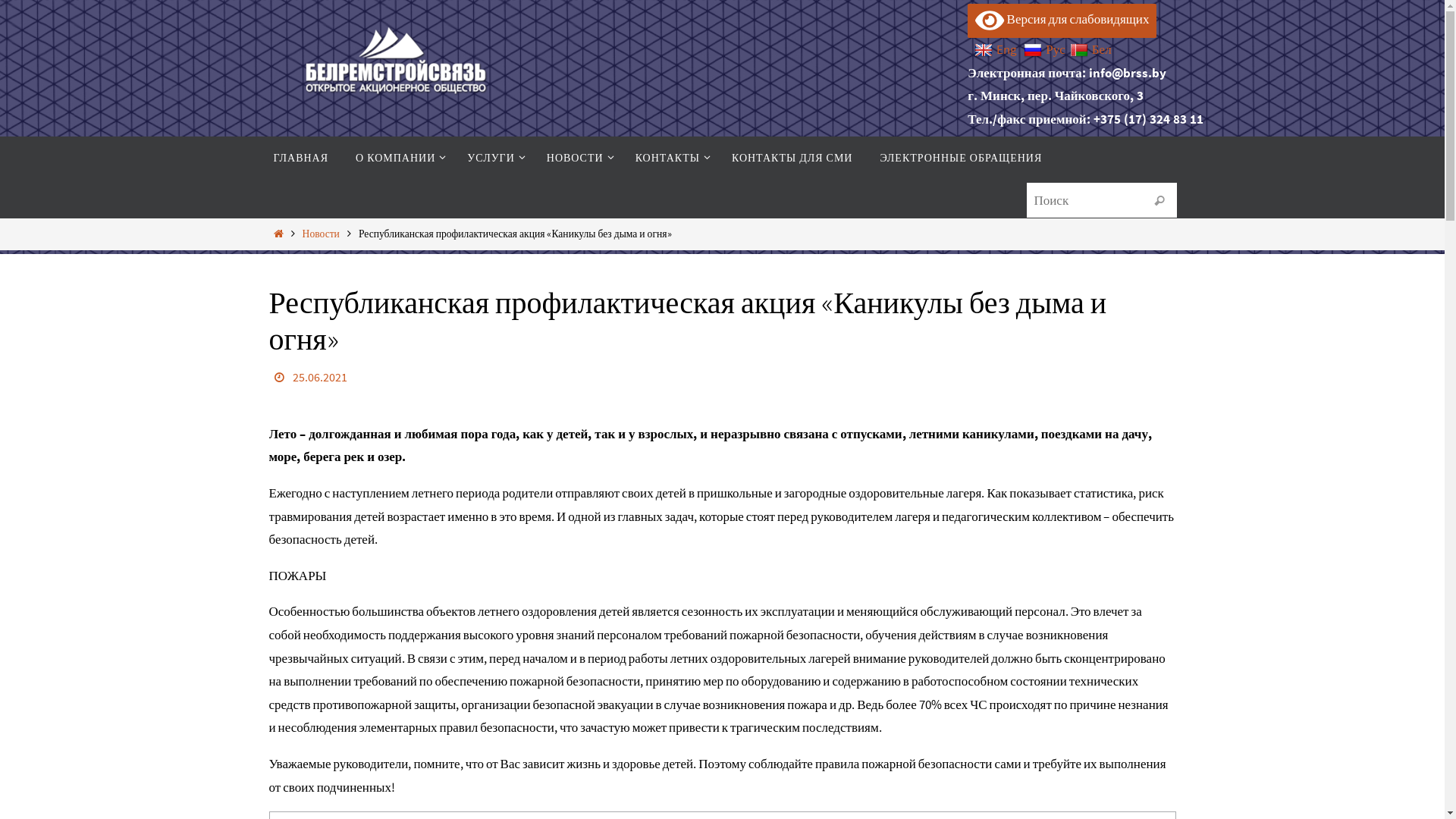 This screenshot has height=819, width=1456. I want to click on 'Eng', so click(974, 49).